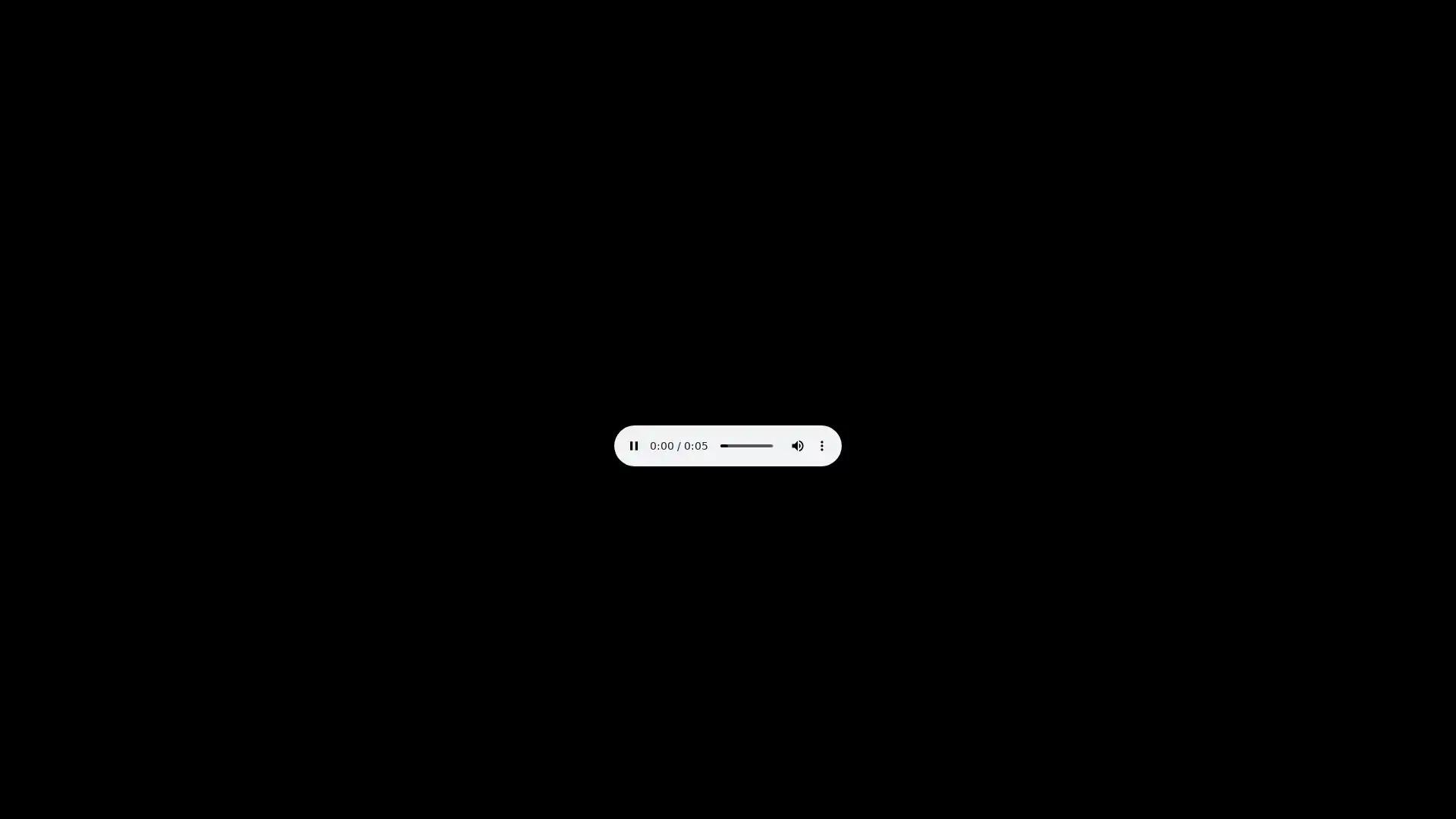 The image size is (1456, 819). Describe the element at coordinates (796, 444) in the screenshot. I see `mute` at that location.